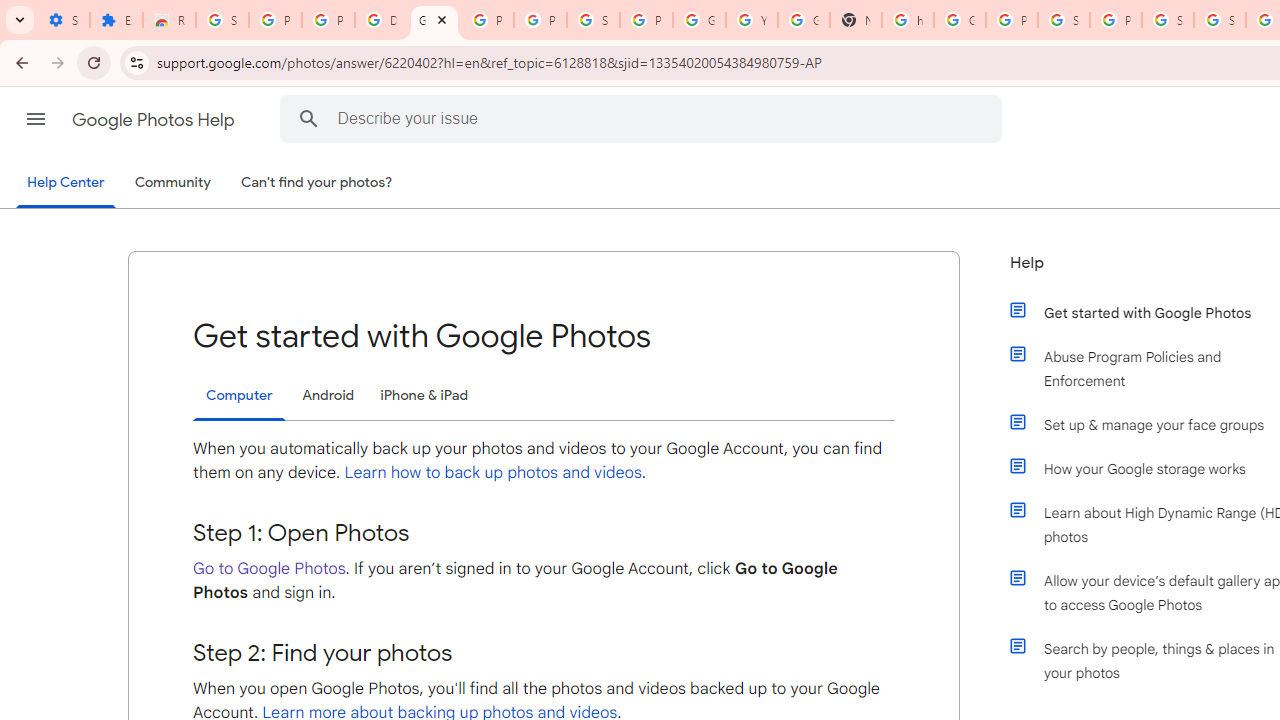 The height and width of the screenshot is (720, 1280). Describe the element at coordinates (493, 473) in the screenshot. I see `'Learn how to back up photos and videos'` at that location.